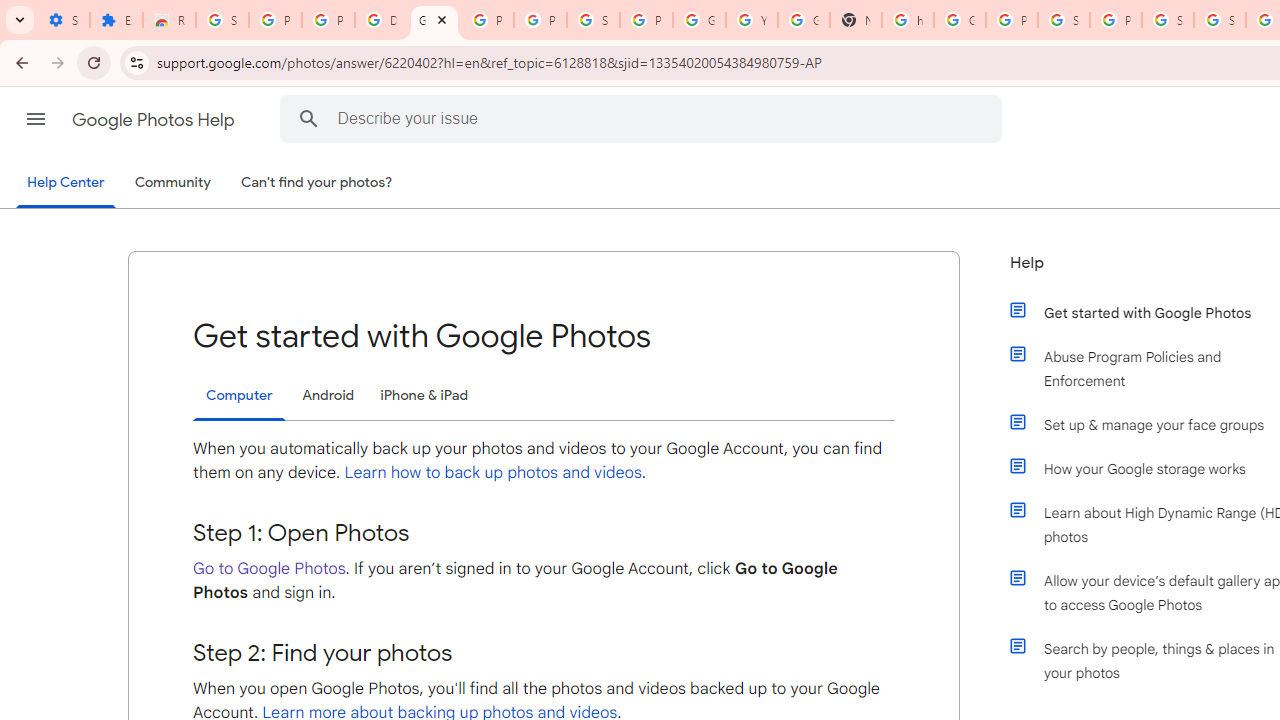 The height and width of the screenshot is (720, 1280). Describe the element at coordinates (493, 473) in the screenshot. I see `'Learn how to back up photos and videos'` at that location.